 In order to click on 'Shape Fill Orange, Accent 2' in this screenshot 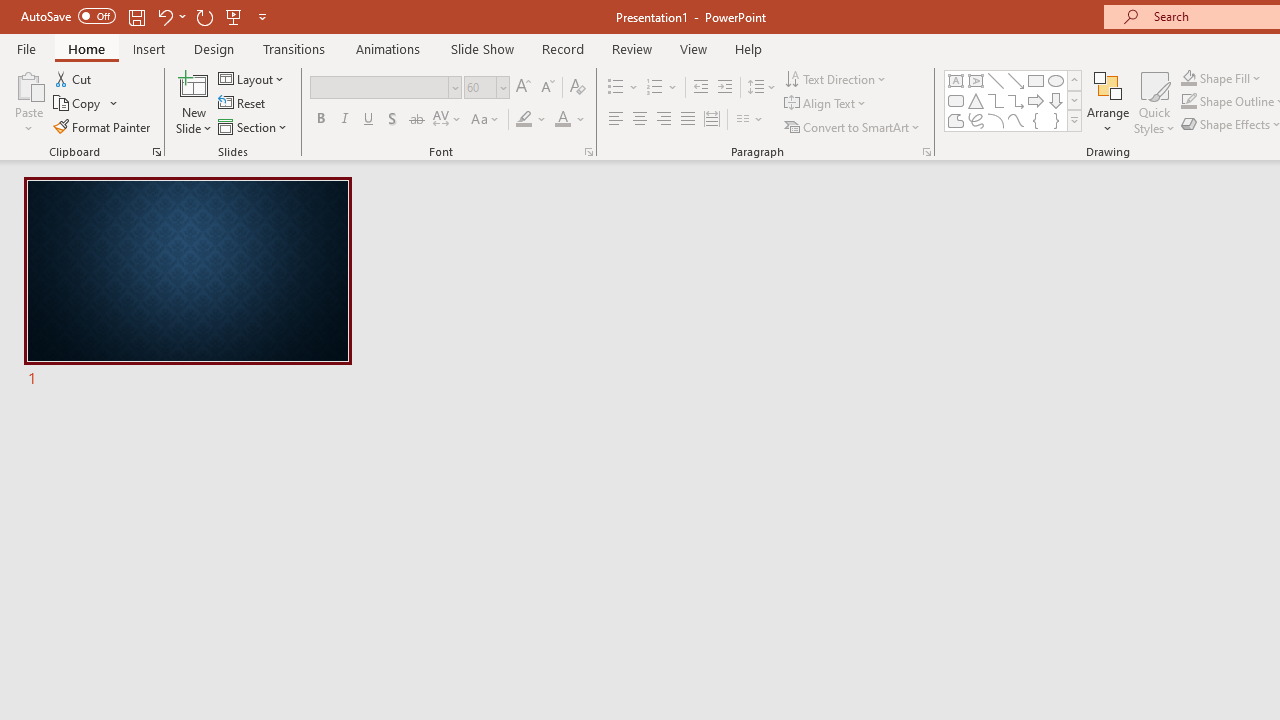, I will do `click(1189, 77)`.